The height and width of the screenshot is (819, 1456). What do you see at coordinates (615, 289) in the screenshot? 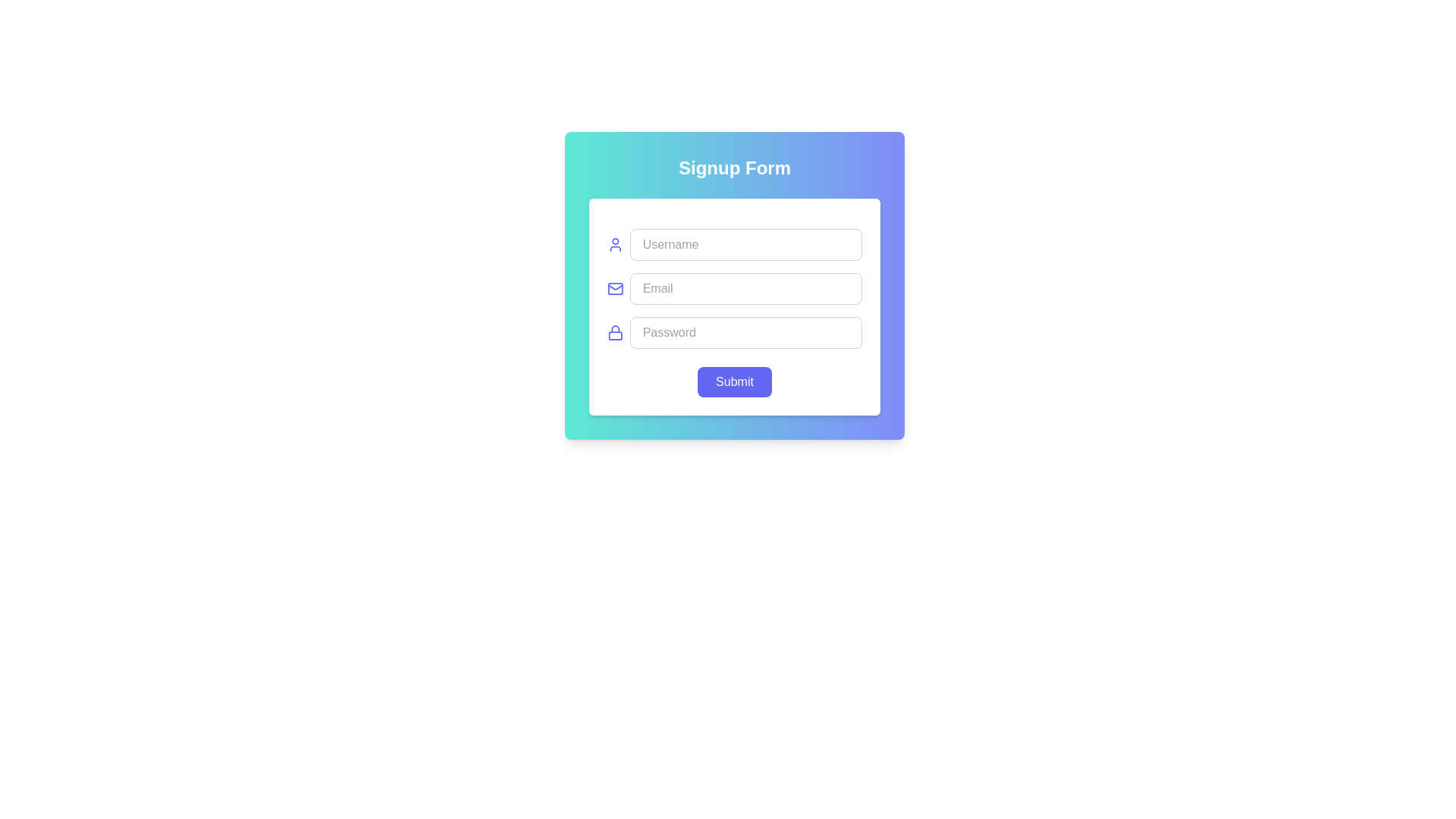
I see `the email icon, which is a modern, outlined envelope styled in indigo, located within the signup form to the left of the email text input field` at bounding box center [615, 289].